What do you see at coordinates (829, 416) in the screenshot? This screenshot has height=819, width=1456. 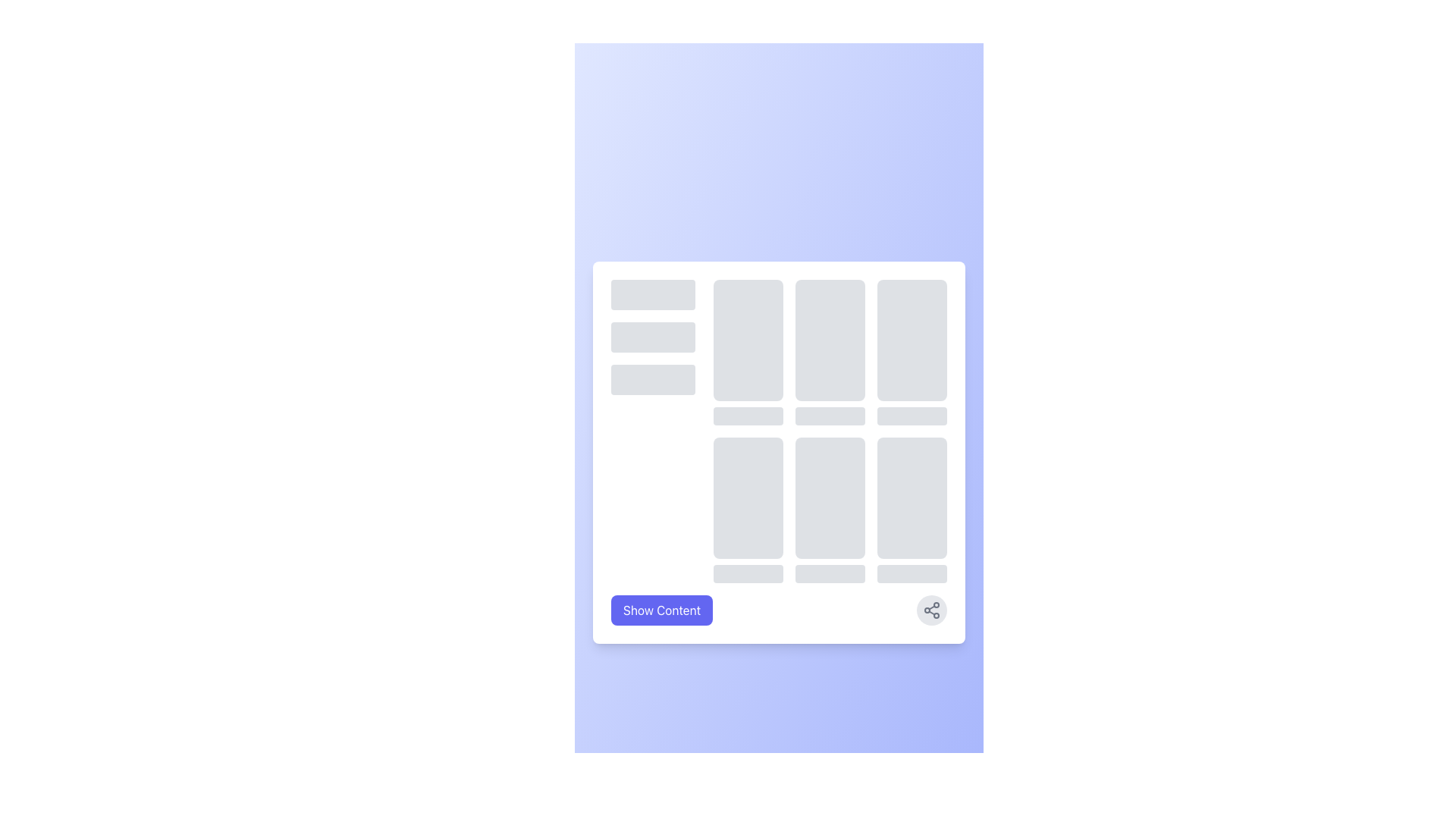 I see `the small rectangular placeholder element with rounded corners, styled with a gray fill color, located centrally below a larger rectangular section in its column` at bounding box center [829, 416].